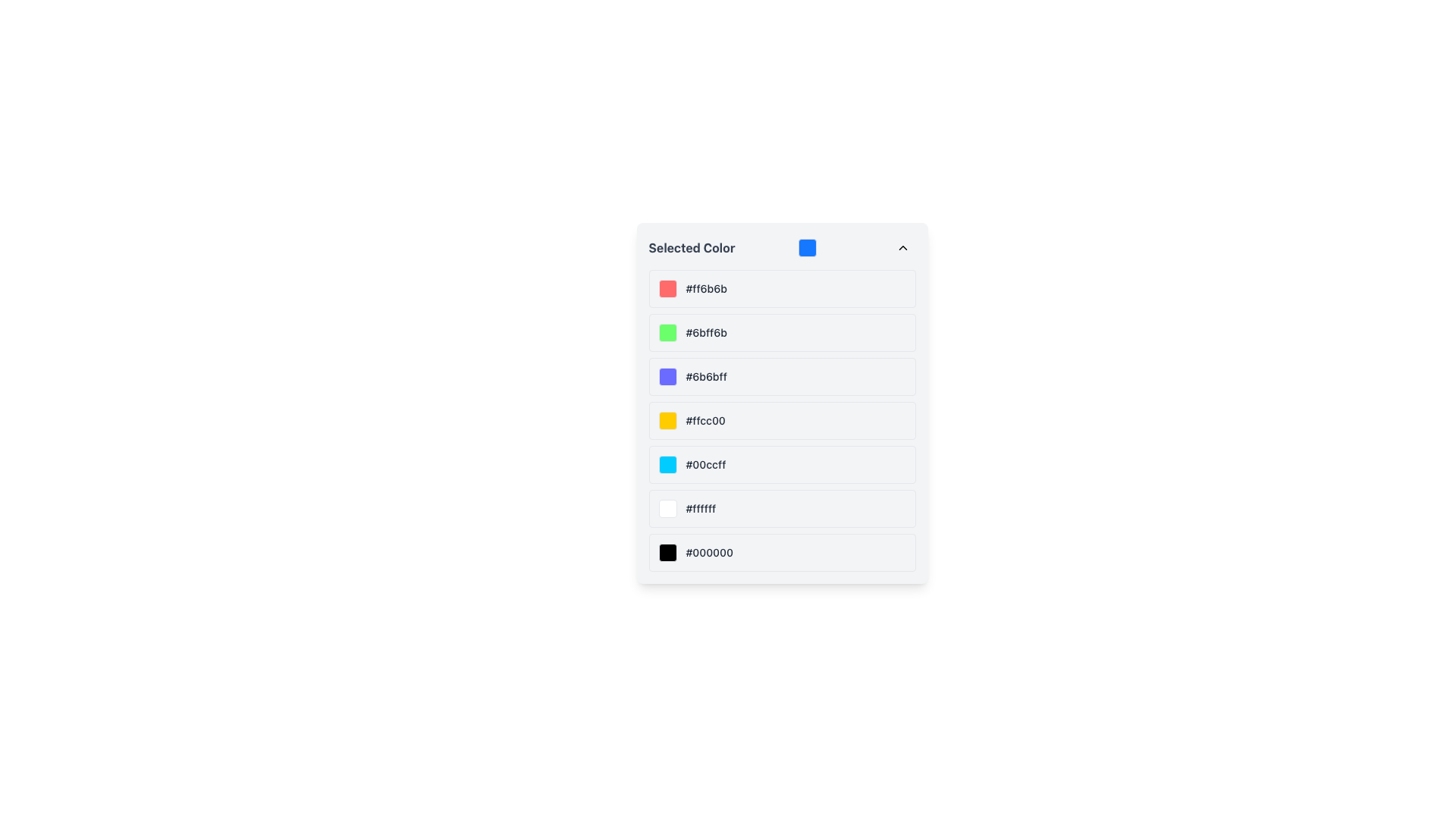  Describe the element at coordinates (667, 464) in the screenshot. I see `the Color Swatch that visually represents the color corresponding to the hexadecimal code '#00ccff', located` at that location.